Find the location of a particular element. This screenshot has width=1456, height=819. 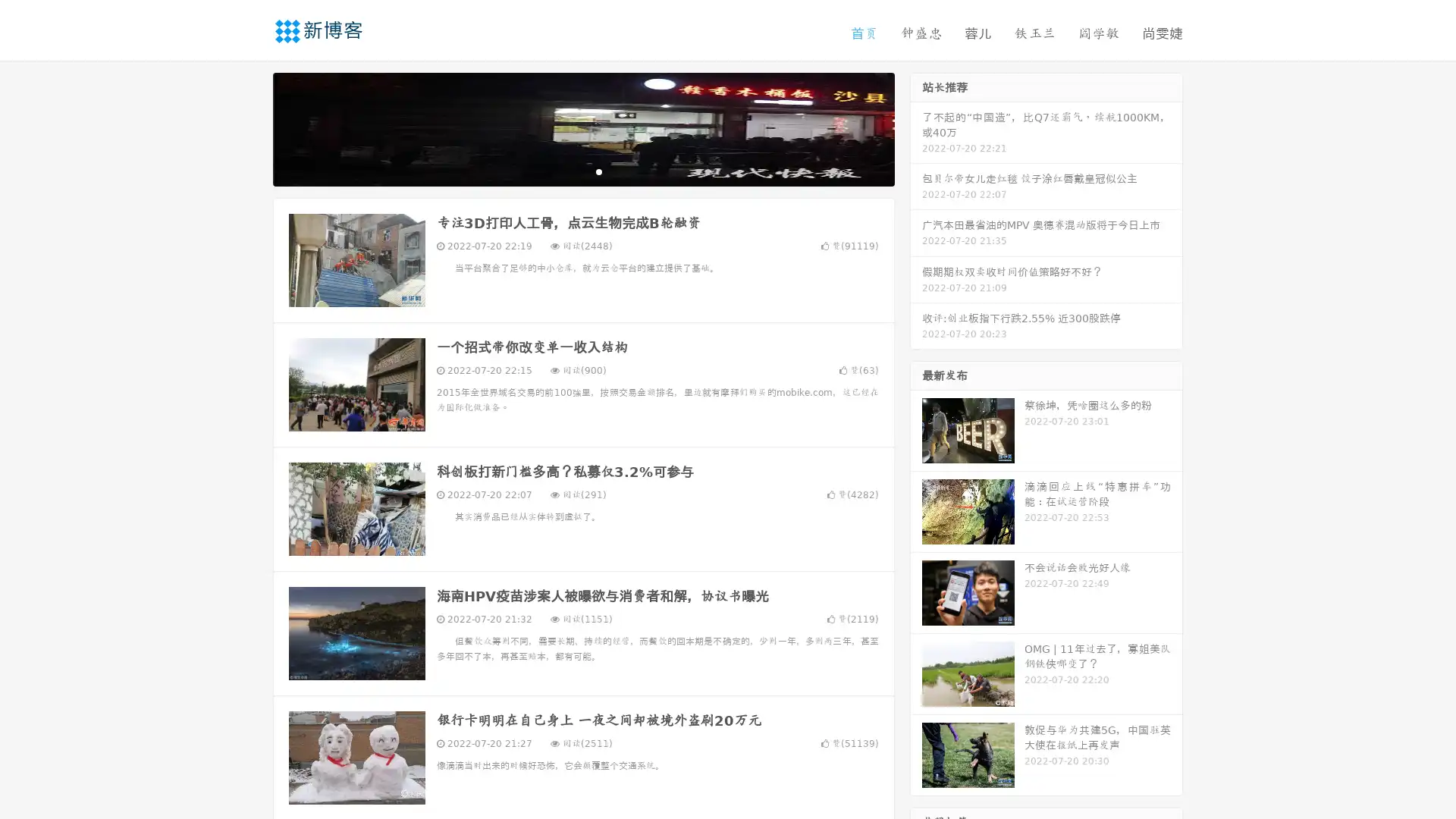

Previous slide is located at coordinates (250, 127).